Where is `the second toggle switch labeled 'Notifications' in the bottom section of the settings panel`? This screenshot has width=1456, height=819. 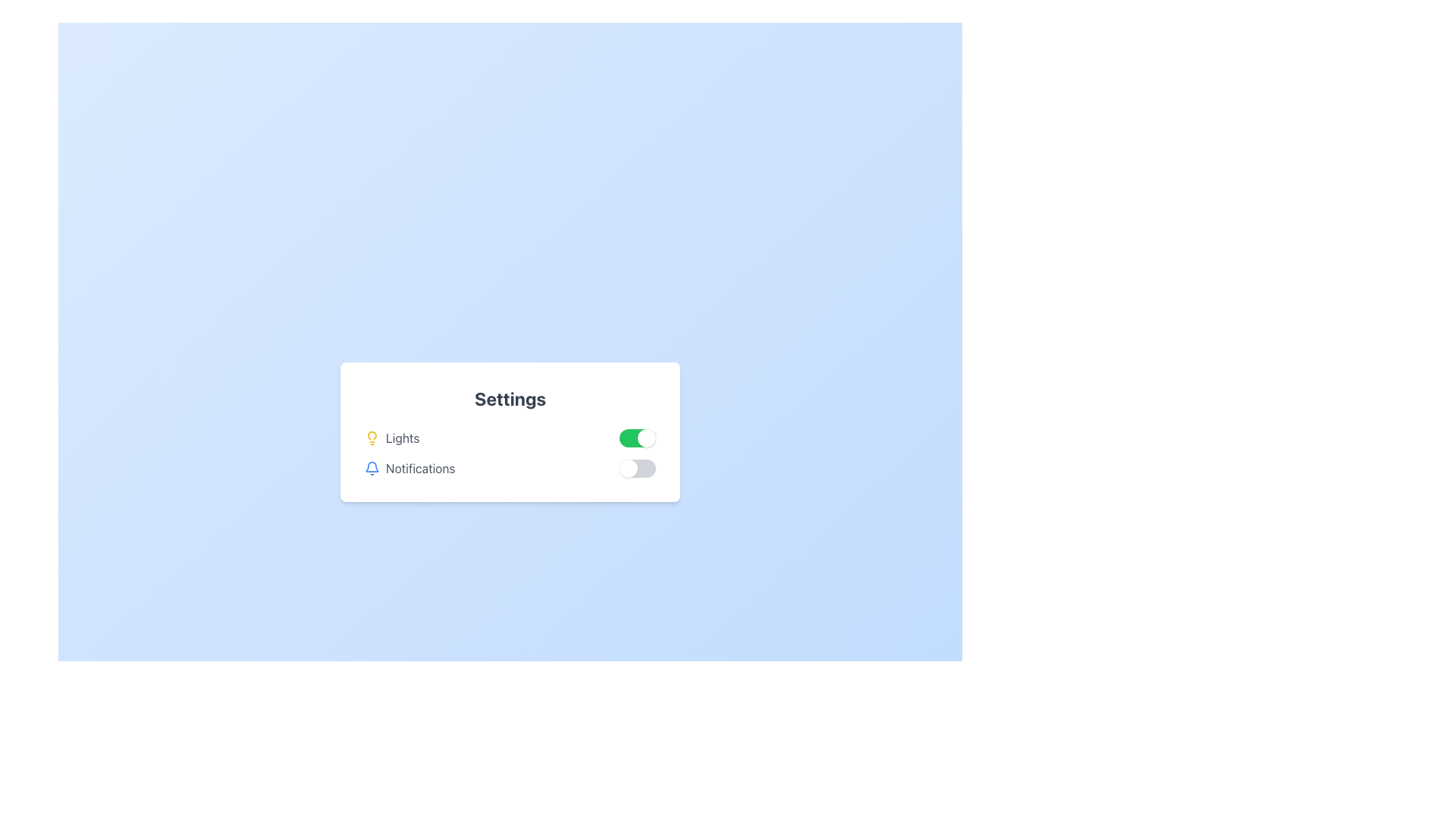
the second toggle switch labeled 'Notifications' in the bottom section of the settings panel is located at coordinates (637, 467).